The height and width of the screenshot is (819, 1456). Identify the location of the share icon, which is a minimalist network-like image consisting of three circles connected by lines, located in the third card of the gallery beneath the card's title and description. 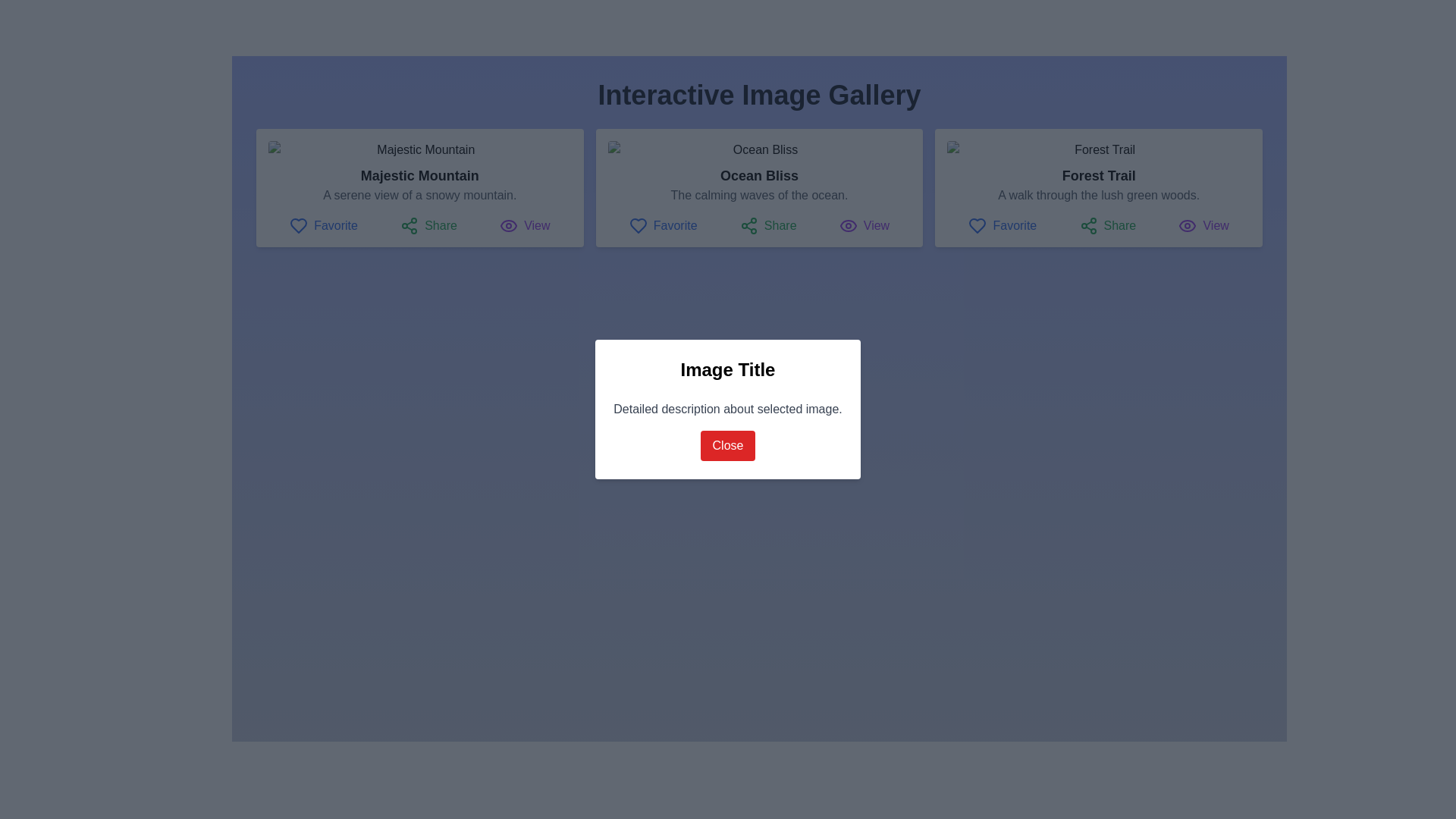
(1087, 225).